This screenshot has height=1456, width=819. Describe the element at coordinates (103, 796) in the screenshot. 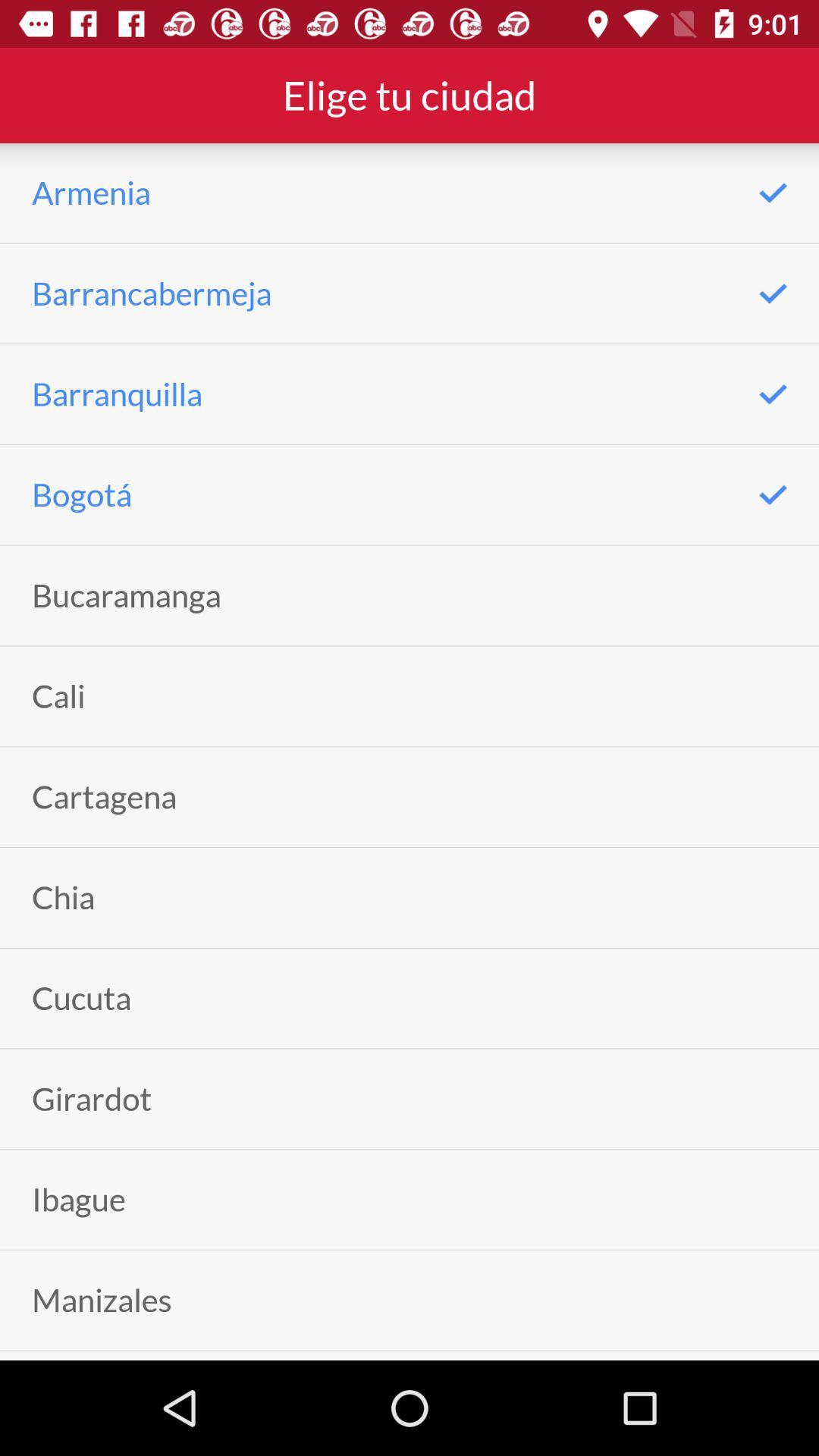

I see `icon below the cali icon` at that location.